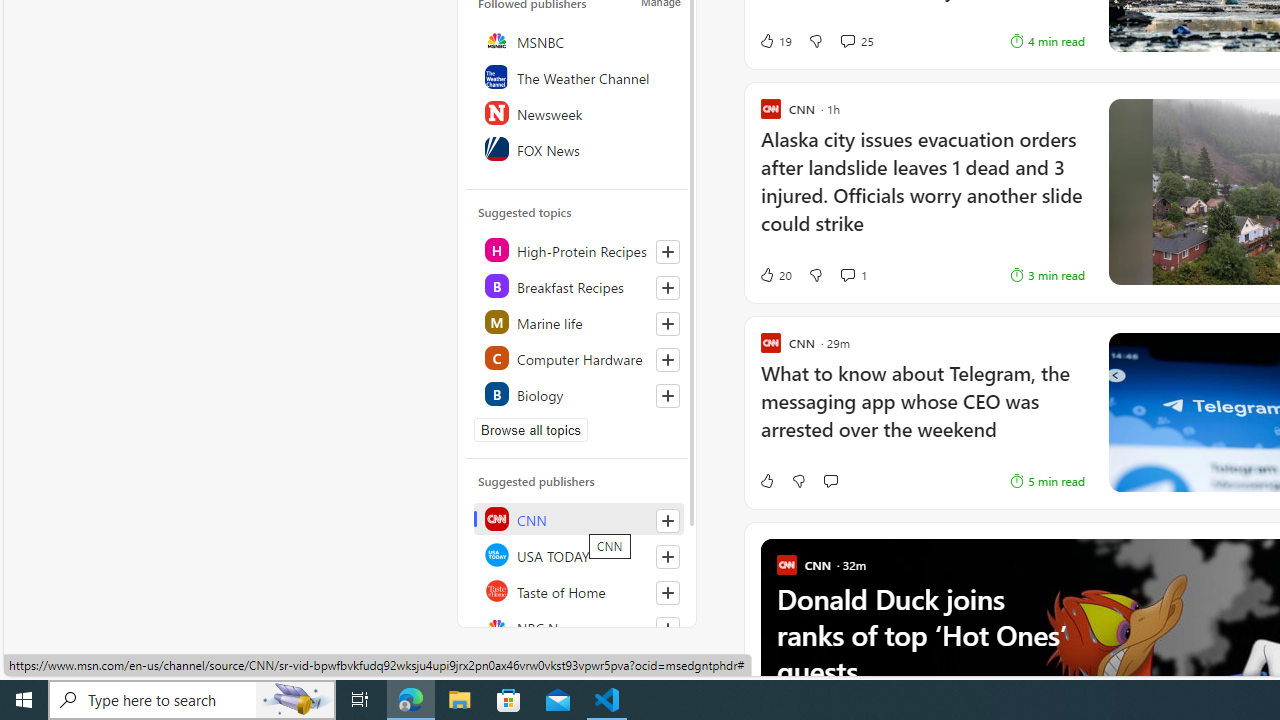 Image resolution: width=1280 pixels, height=720 pixels. Describe the element at coordinates (577, 518) in the screenshot. I see `'CNN'` at that location.